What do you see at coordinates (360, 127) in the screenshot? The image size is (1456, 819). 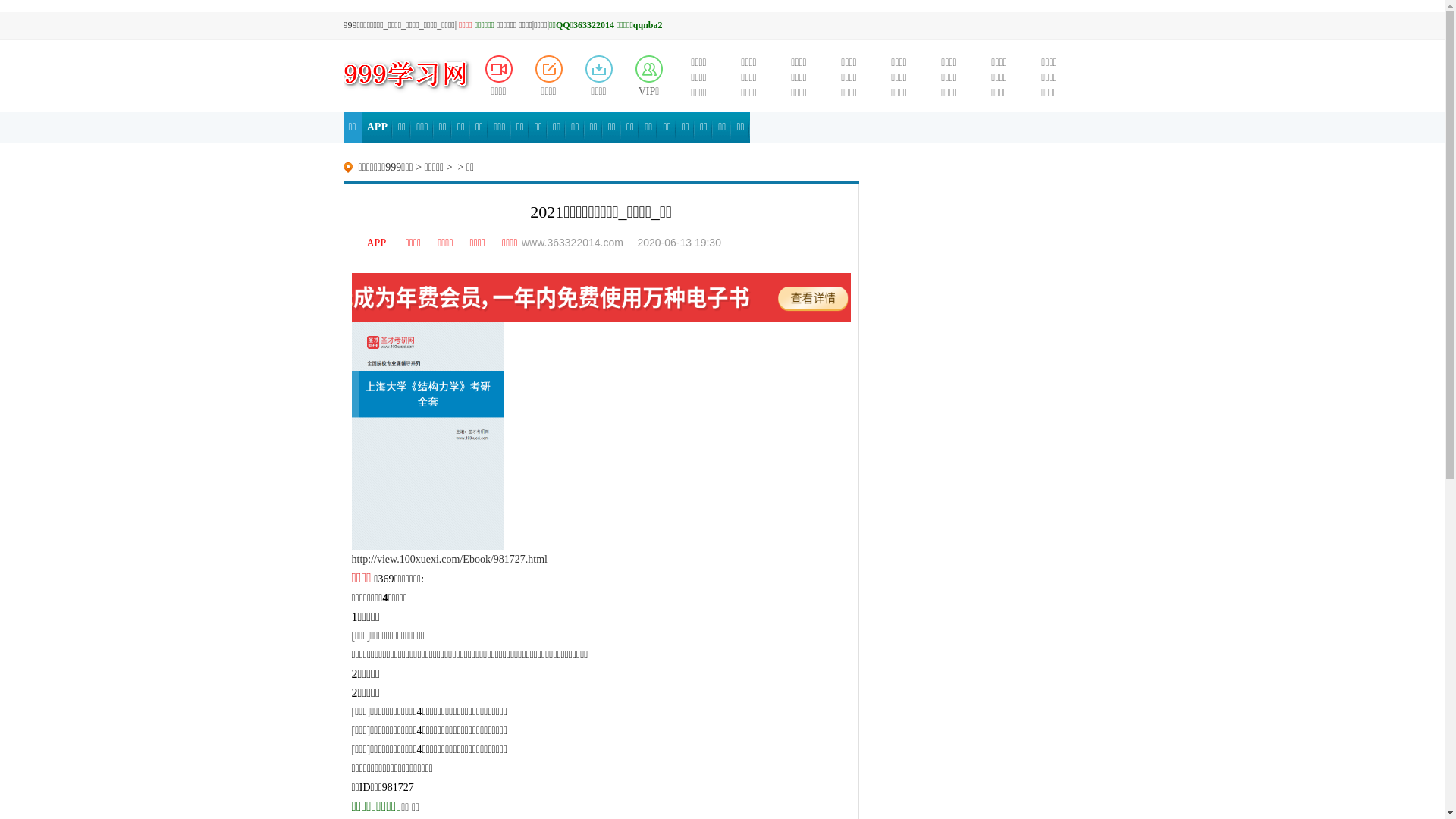 I see `'APP'` at bounding box center [360, 127].